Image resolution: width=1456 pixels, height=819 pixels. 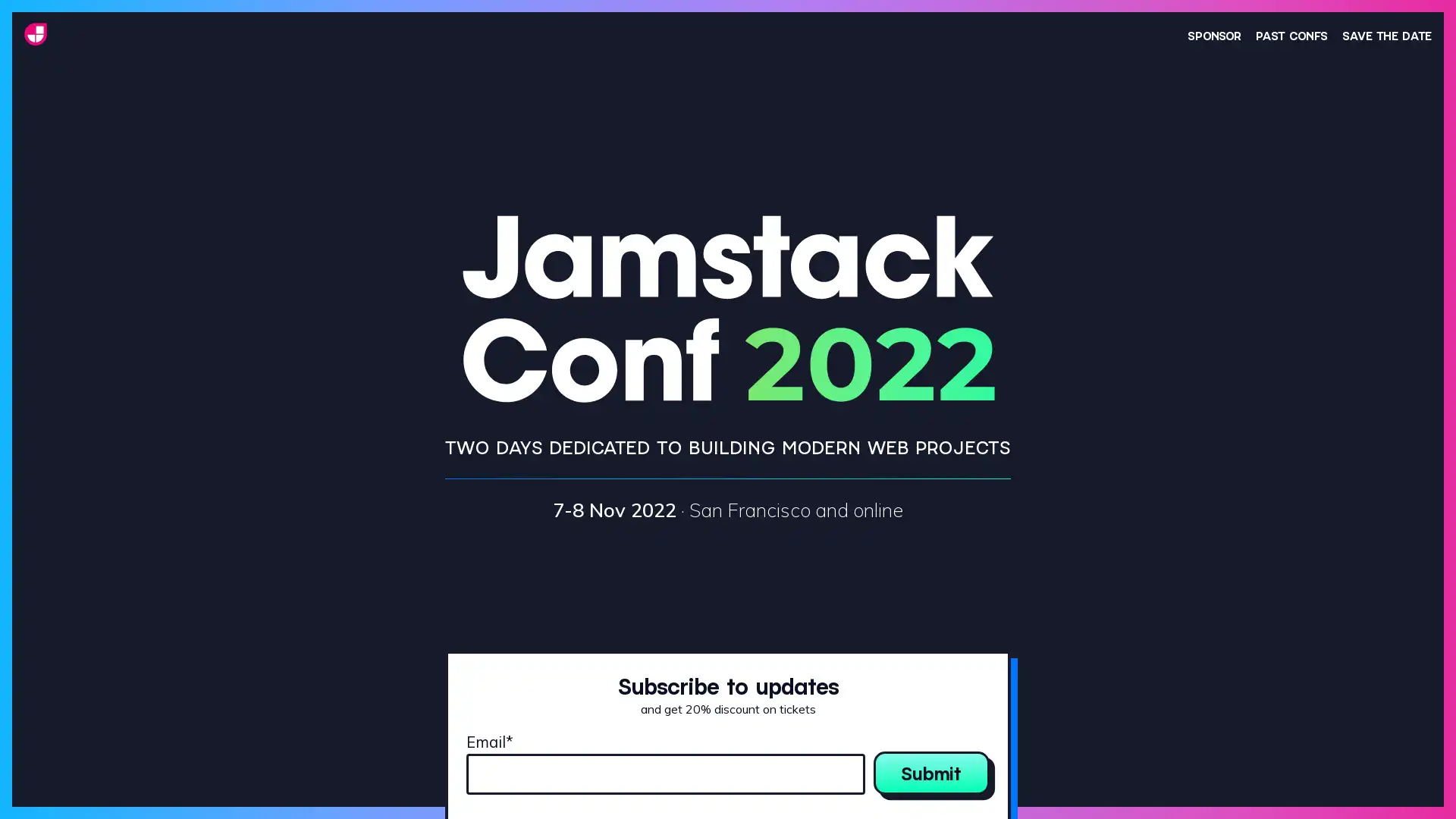 What do you see at coordinates (930, 772) in the screenshot?
I see `Submit` at bounding box center [930, 772].